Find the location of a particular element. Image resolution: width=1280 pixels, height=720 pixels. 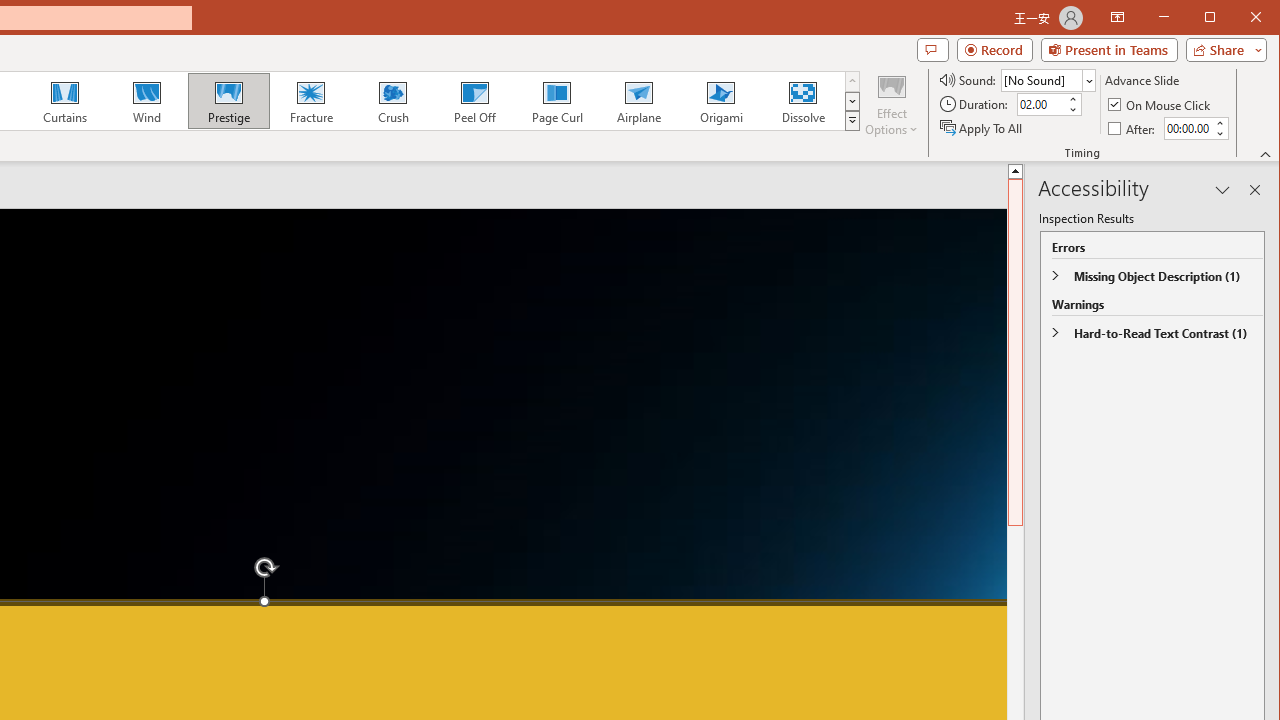

'More' is located at coordinates (1218, 123).